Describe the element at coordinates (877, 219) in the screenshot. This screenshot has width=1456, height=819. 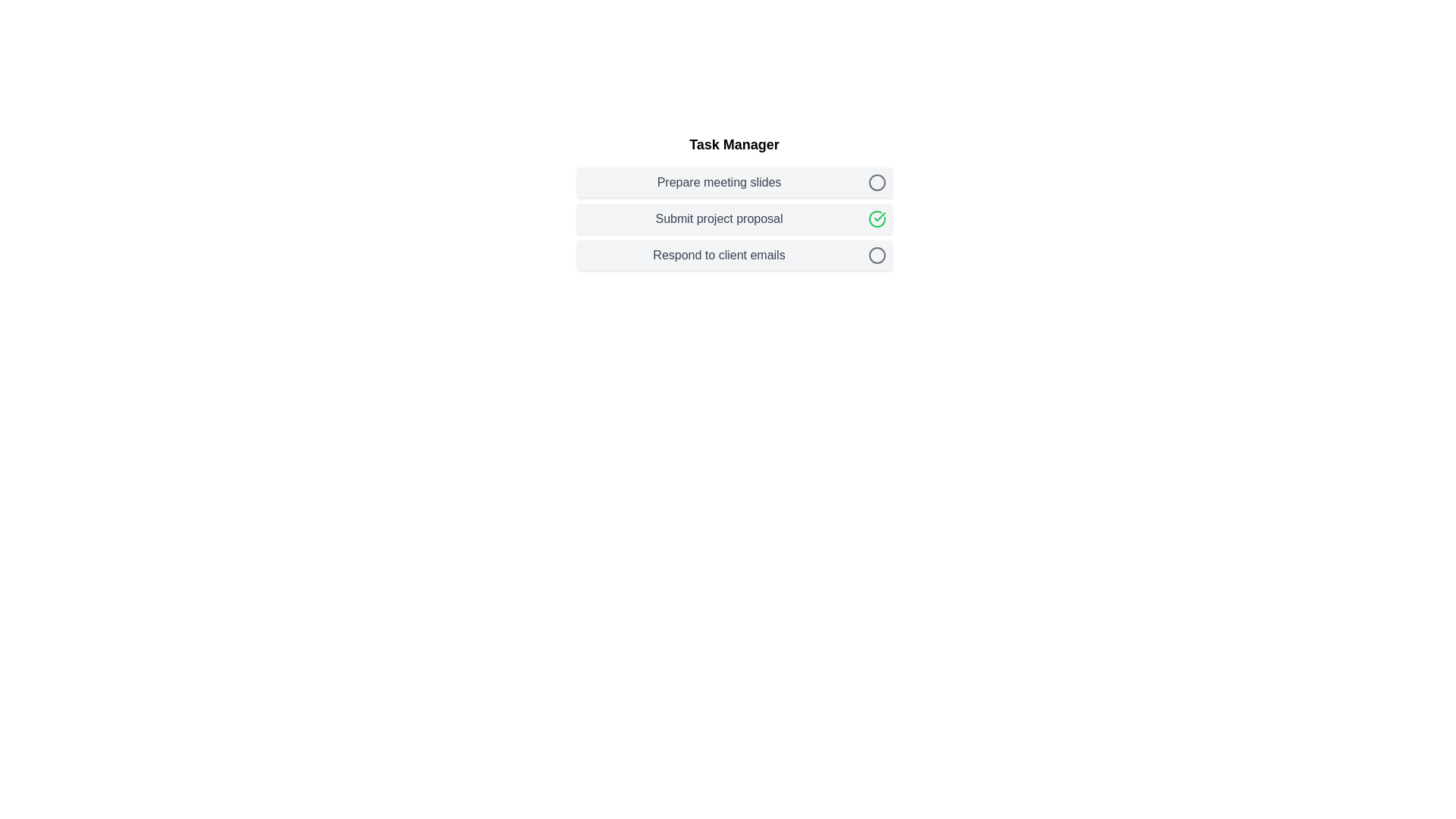
I see `the green circular icon with a checkmark in the center, located in the 'Submit project proposal' row` at that location.